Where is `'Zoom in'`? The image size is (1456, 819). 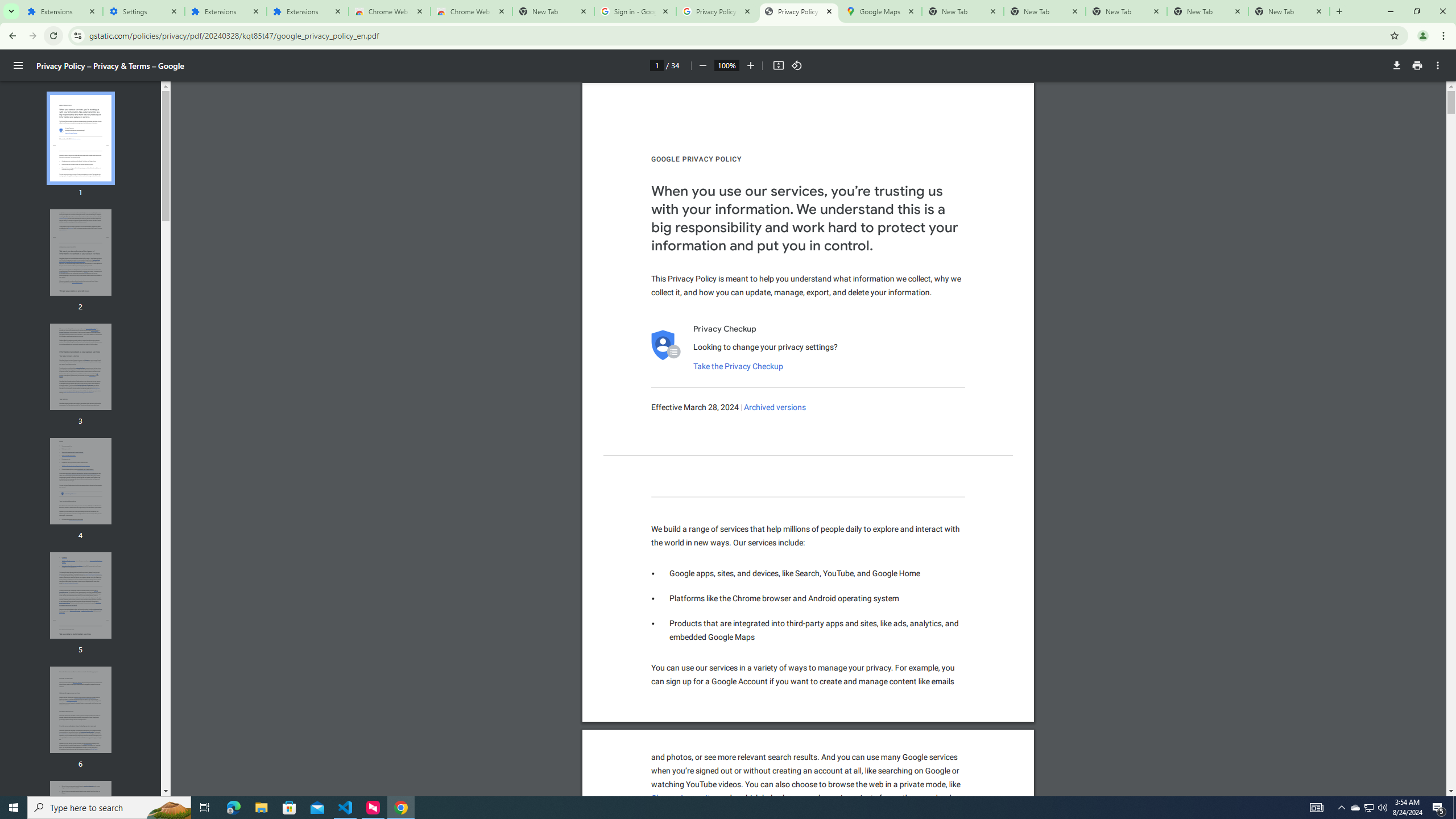
'Zoom in' is located at coordinates (750, 65).